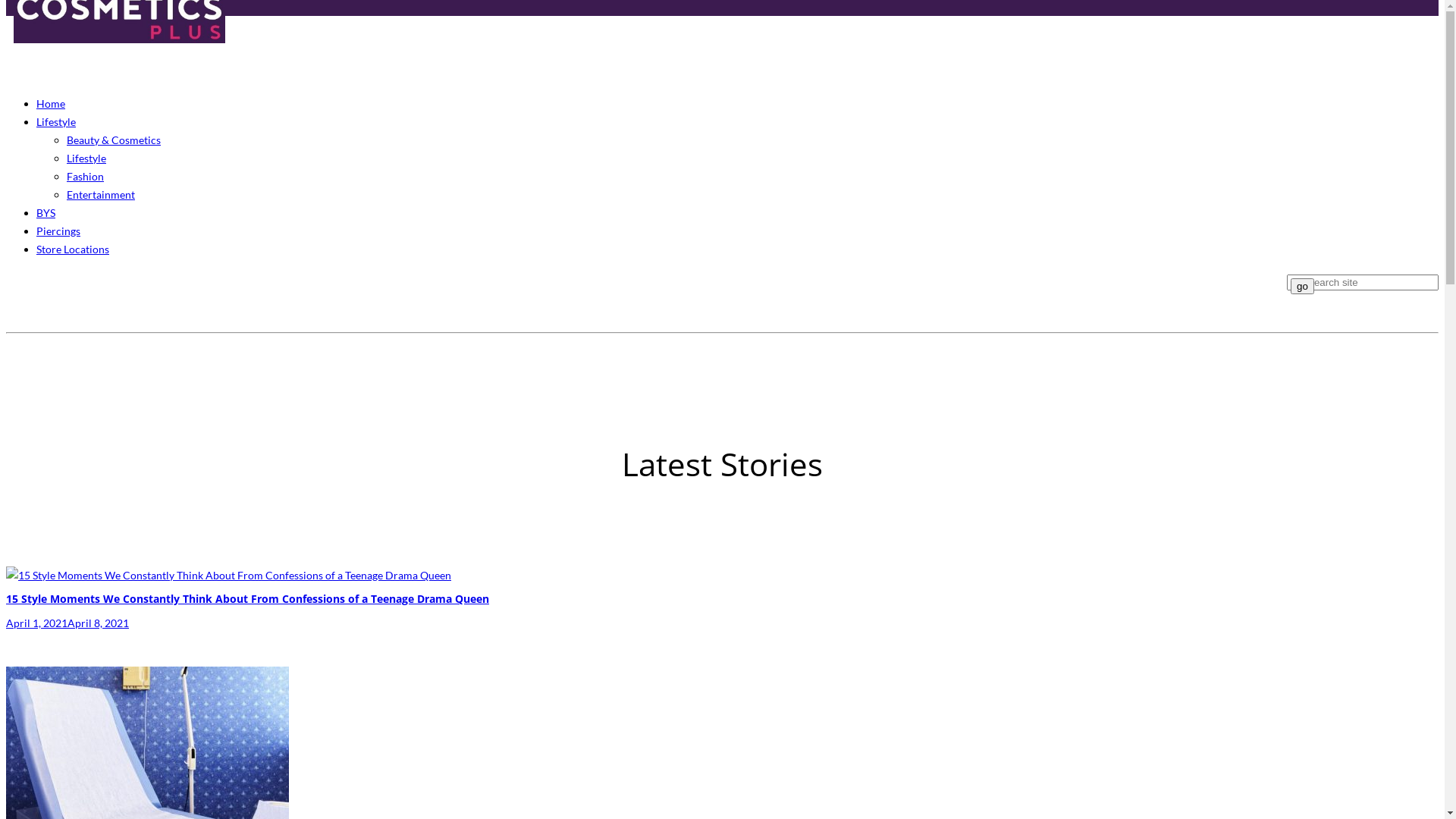  I want to click on 'Entertainment', so click(100, 193).